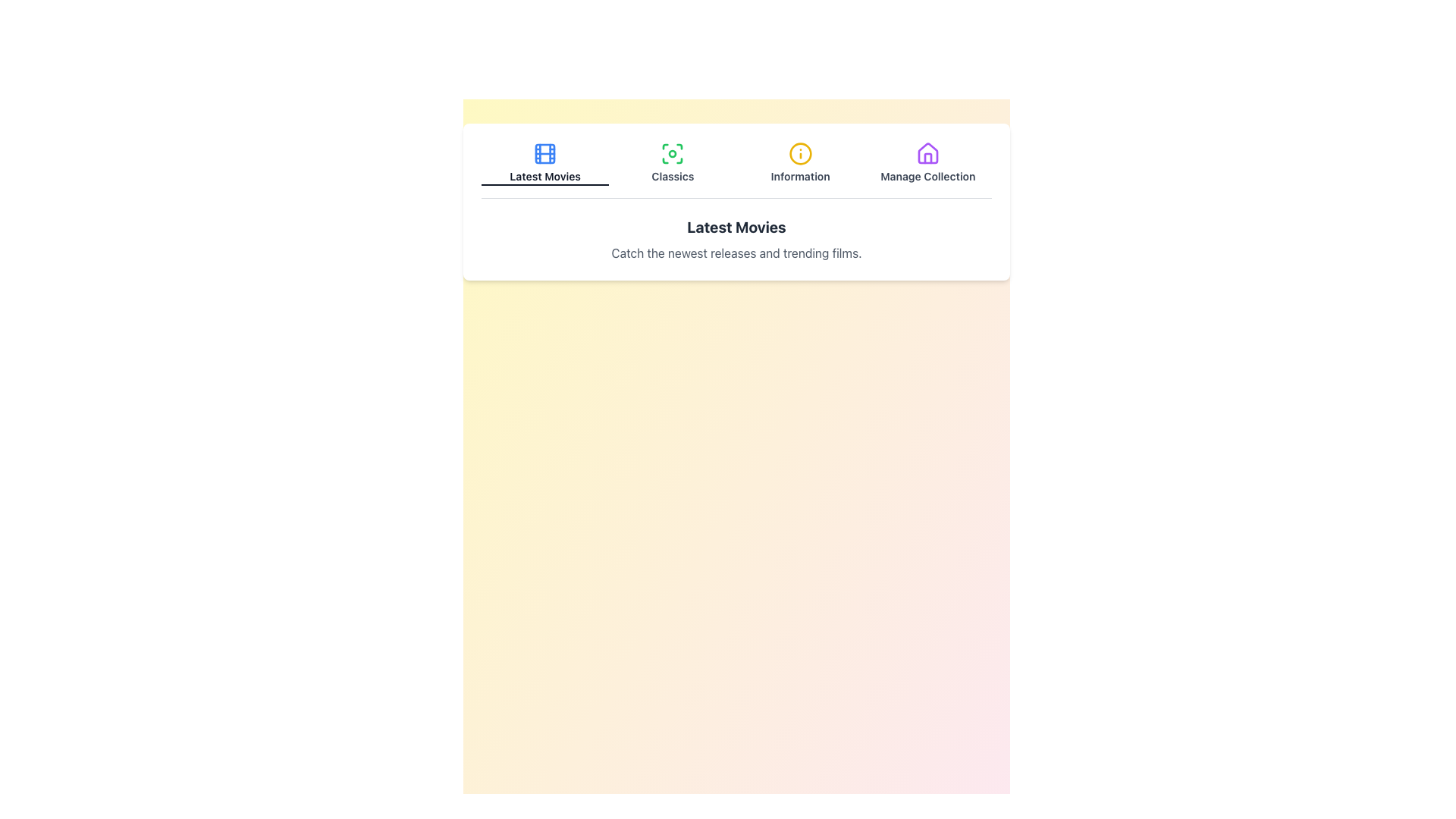  What do you see at coordinates (672, 154) in the screenshot?
I see `the green circular icon with a focus-like ring that is the second icon from the left in the 'Classics' section` at bounding box center [672, 154].